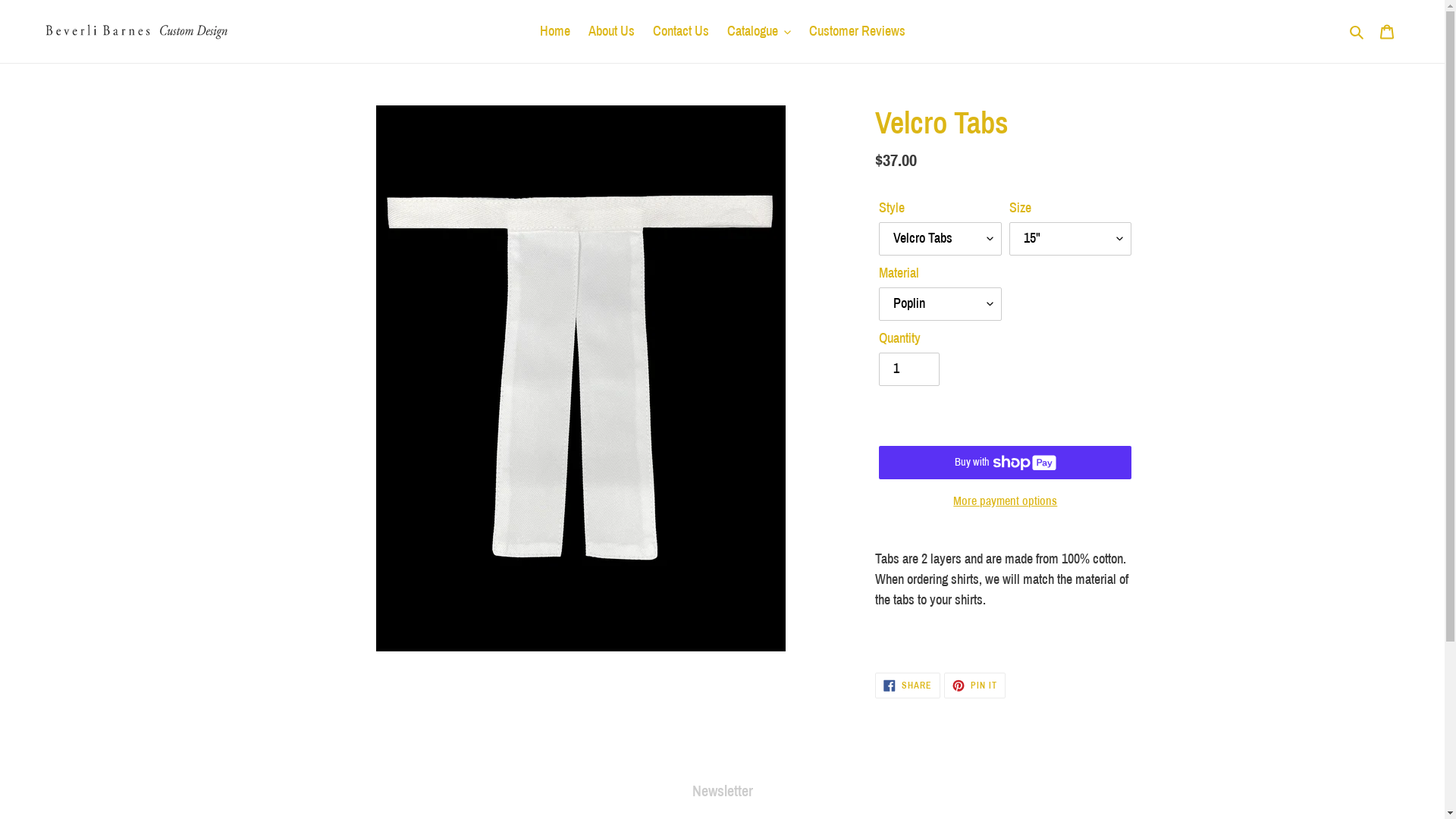 The width and height of the screenshot is (1456, 819). I want to click on 'Catalogue', so click(758, 31).